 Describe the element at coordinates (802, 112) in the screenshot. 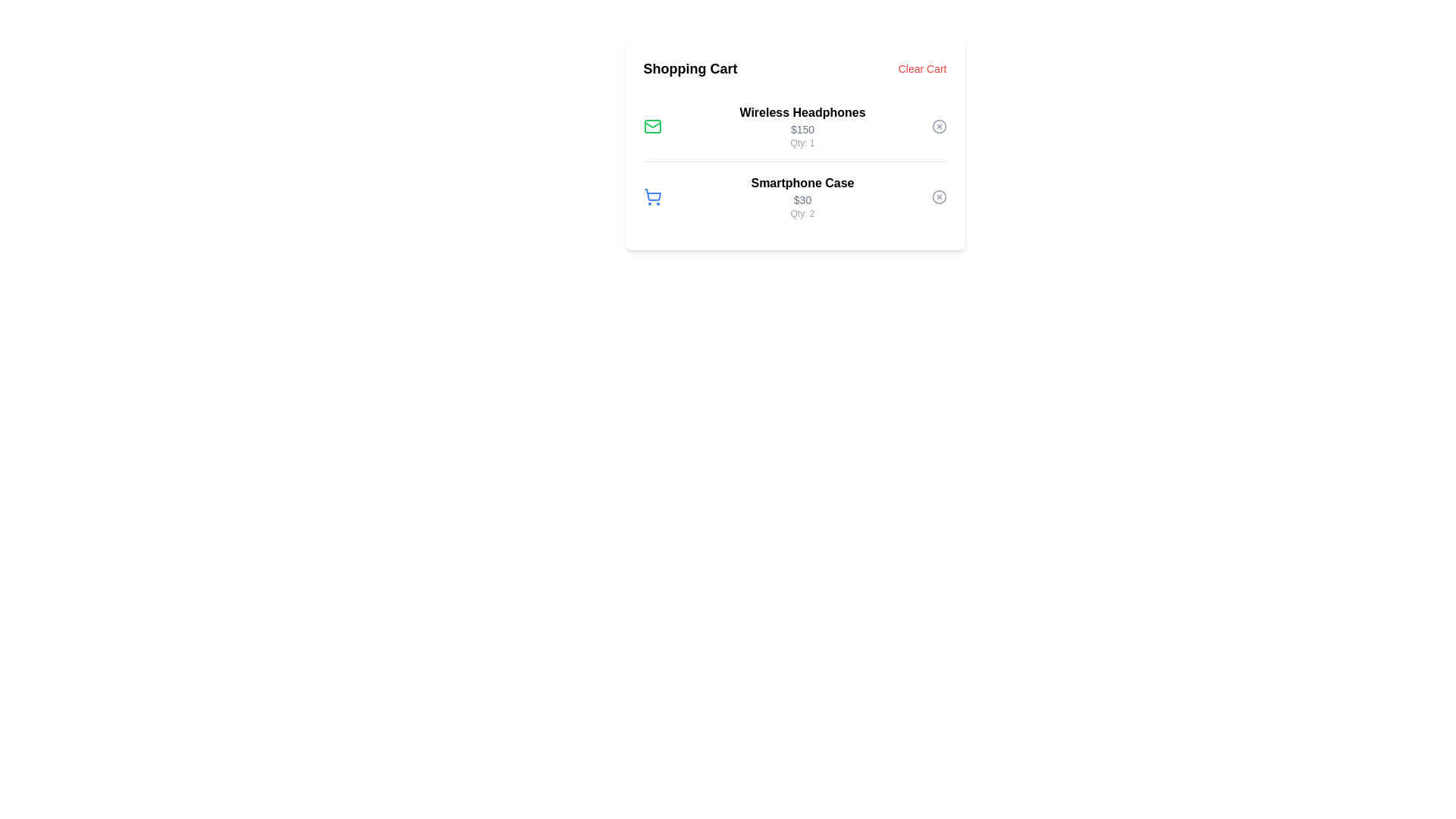

I see `static text label displaying the name of the product in the cart, which is the primary text component of the first listed cart item` at that location.